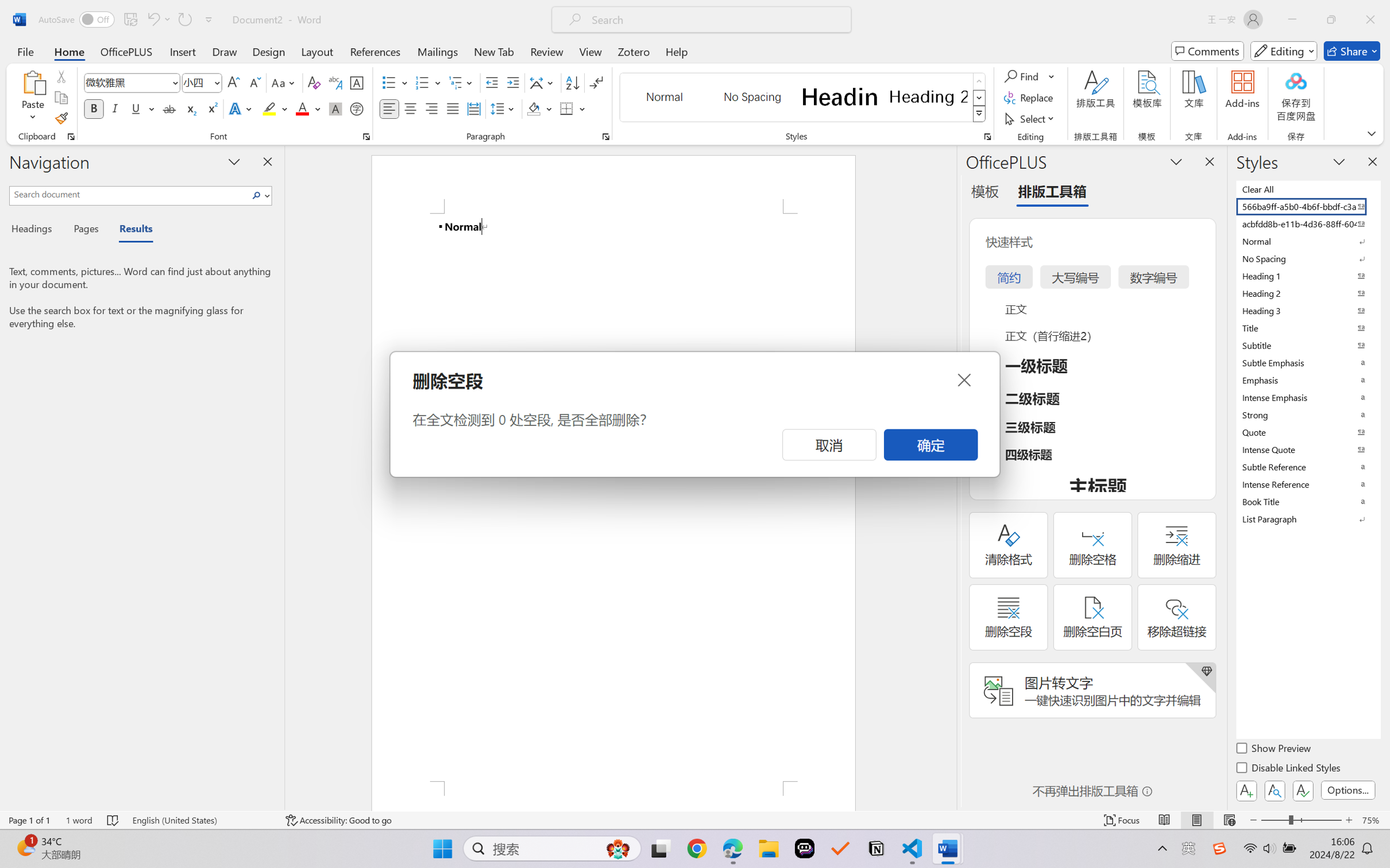 This screenshot has height=868, width=1390. I want to click on 'Sort...', so click(572, 83).